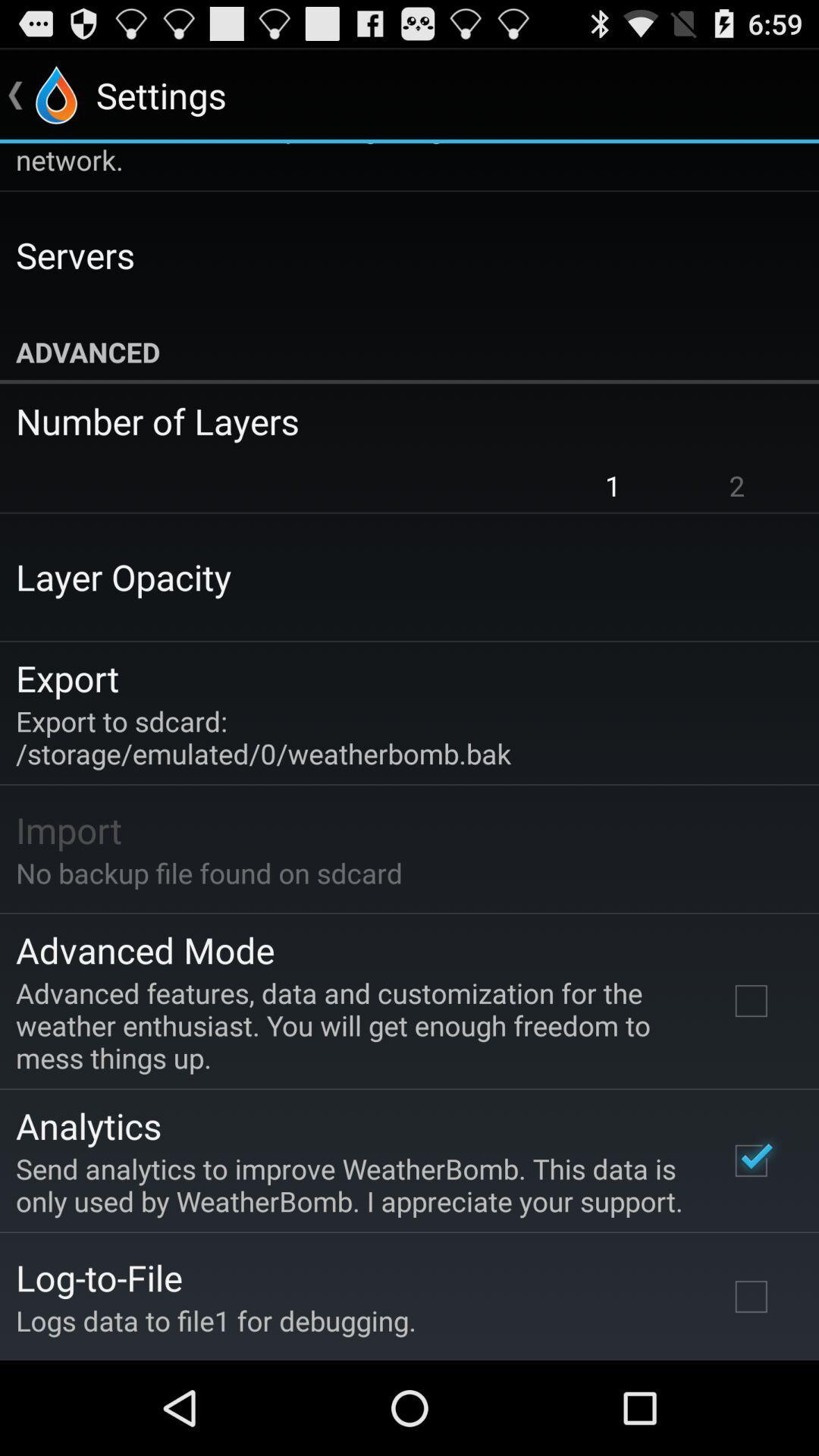 This screenshot has width=819, height=1456. What do you see at coordinates (351, 1184) in the screenshot?
I see `the send analytics to` at bounding box center [351, 1184].